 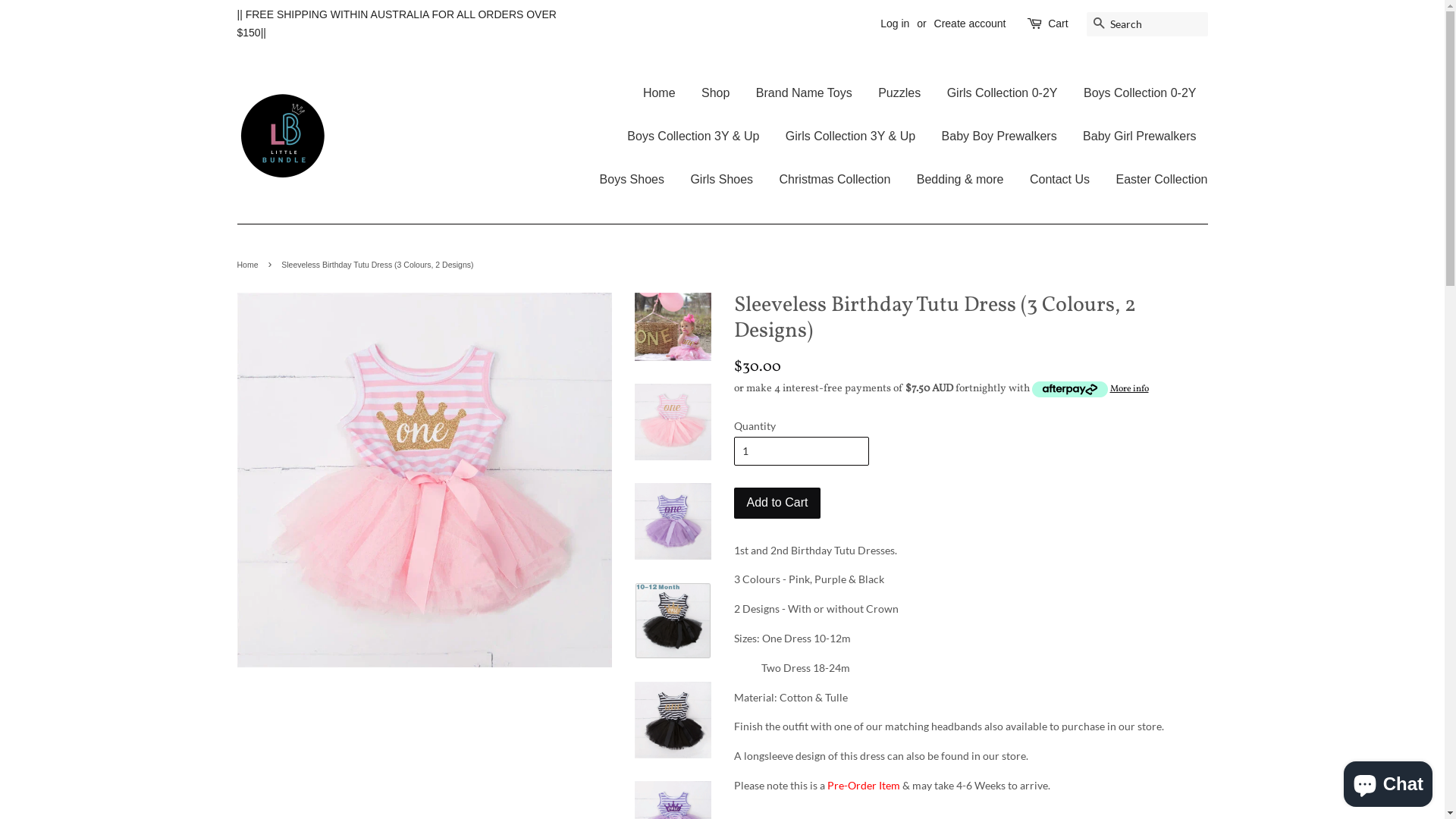 I want to click on 'Cart', so click(x=1057, y=24).